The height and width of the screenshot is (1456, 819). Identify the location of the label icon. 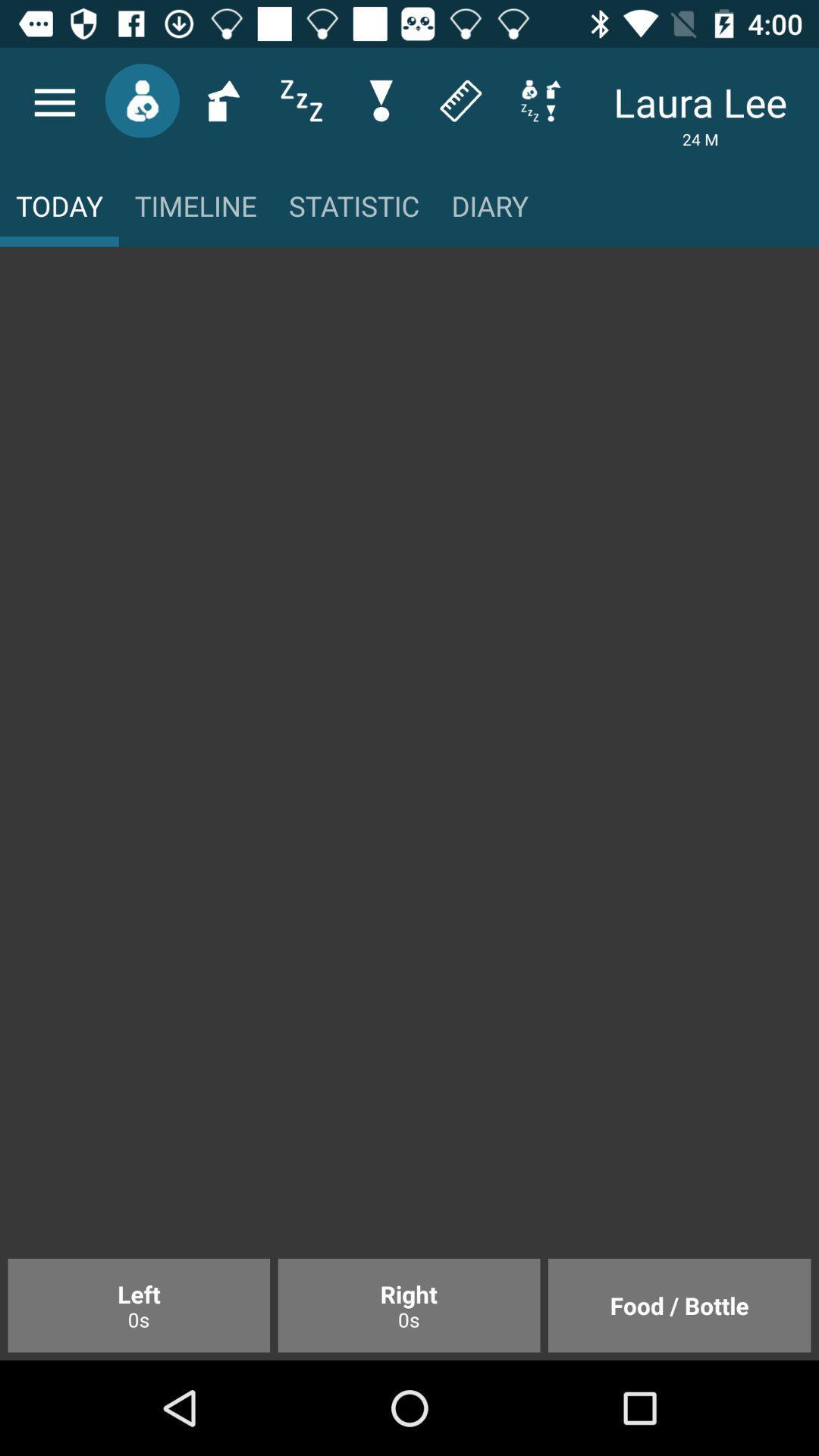
(460, 99).